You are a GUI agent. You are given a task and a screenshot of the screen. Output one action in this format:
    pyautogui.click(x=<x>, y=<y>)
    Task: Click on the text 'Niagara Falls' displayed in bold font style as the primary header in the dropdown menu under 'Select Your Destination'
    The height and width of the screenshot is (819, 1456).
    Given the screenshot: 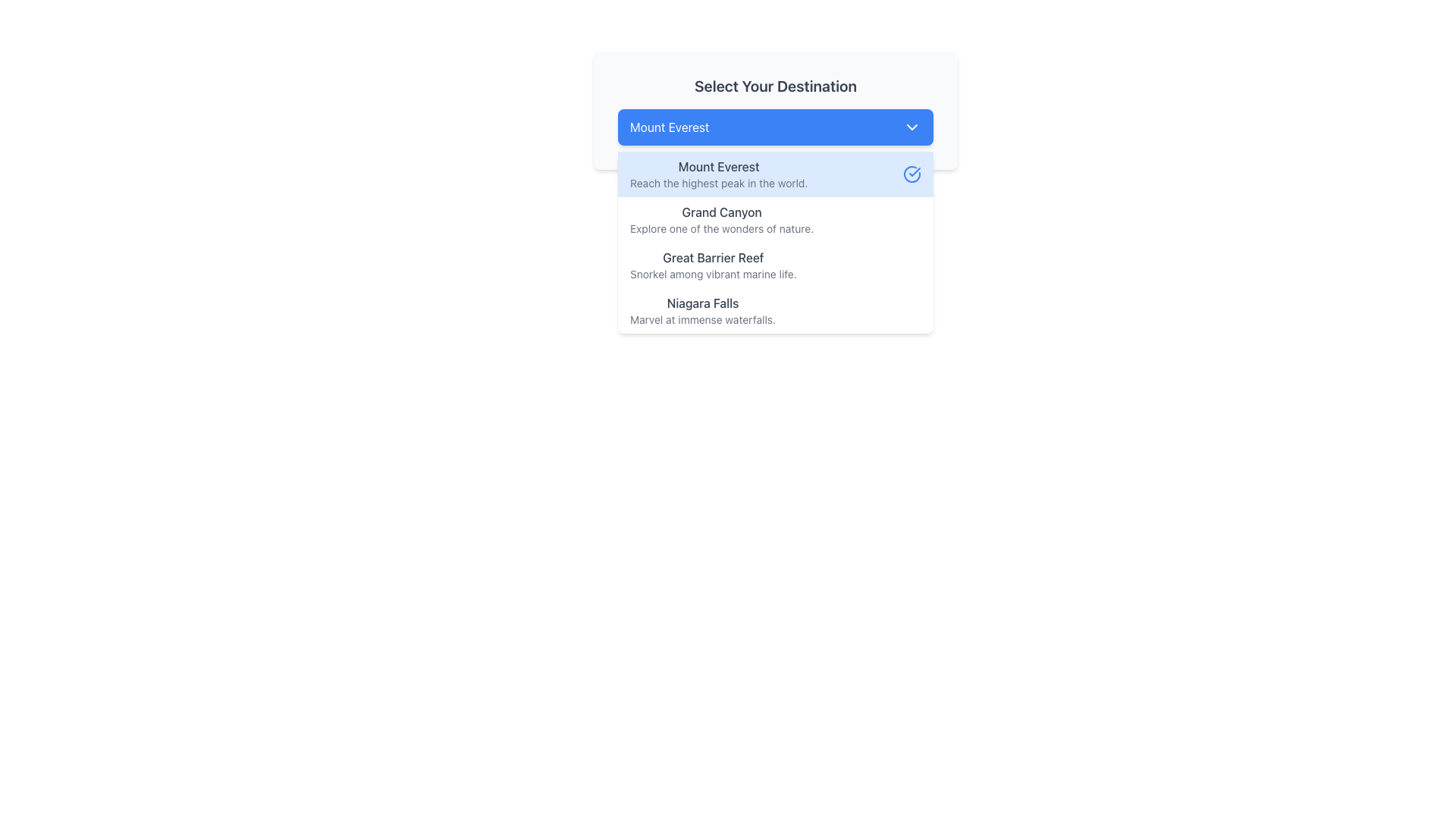 What is the action you would take?
    pyautogui.click(x=701, y=303)
    